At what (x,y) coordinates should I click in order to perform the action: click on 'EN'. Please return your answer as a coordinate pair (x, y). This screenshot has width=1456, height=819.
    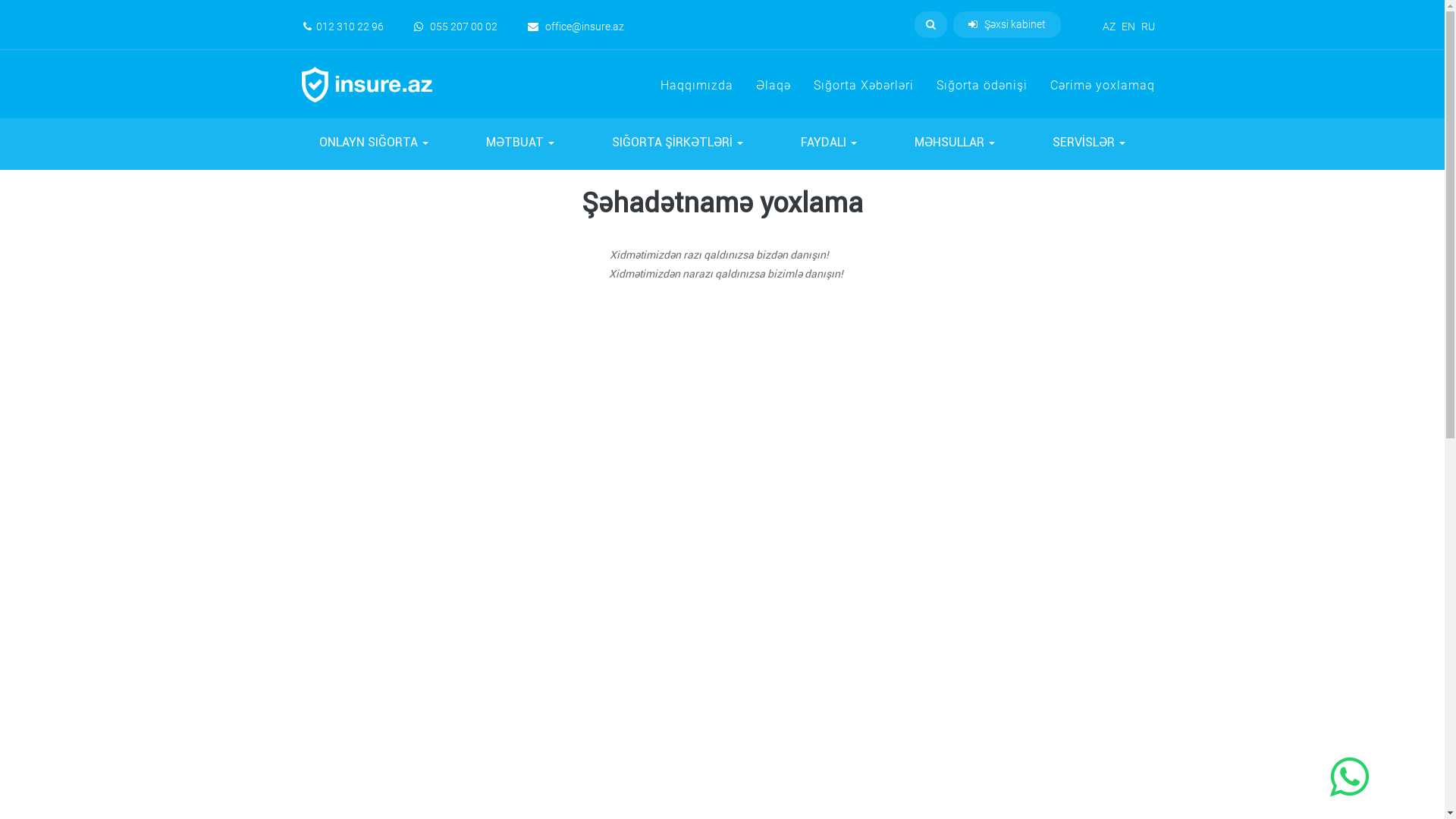
    Looking at the image, I should click on (1128, 26).